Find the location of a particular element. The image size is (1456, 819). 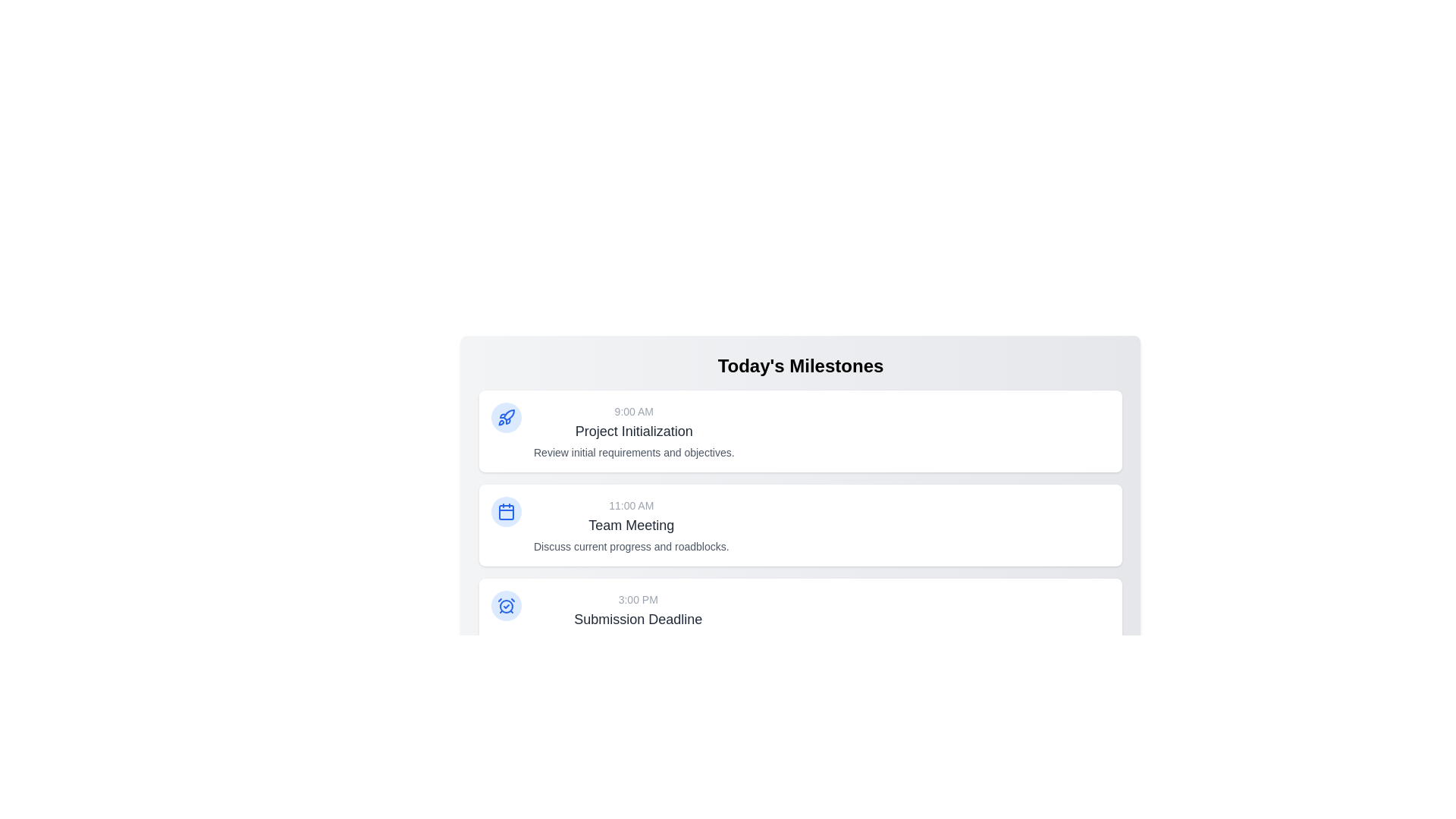

the decorative graphical element representing the date area within the calendar icon, which is located at the center of the calendar's visual representation in the second item of the list is located at coordinates (506, 512).